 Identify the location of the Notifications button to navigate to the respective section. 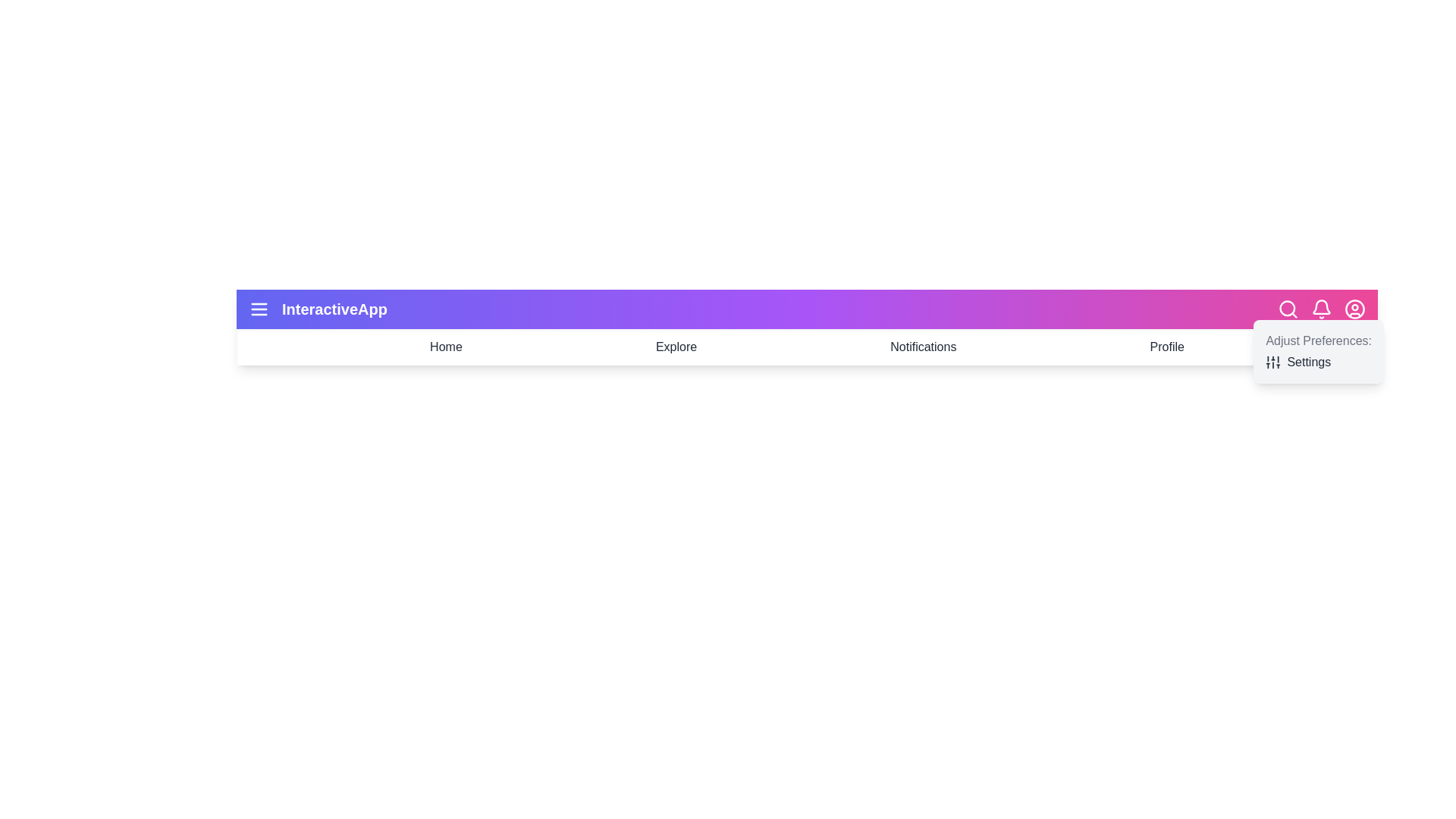
(922, 347).